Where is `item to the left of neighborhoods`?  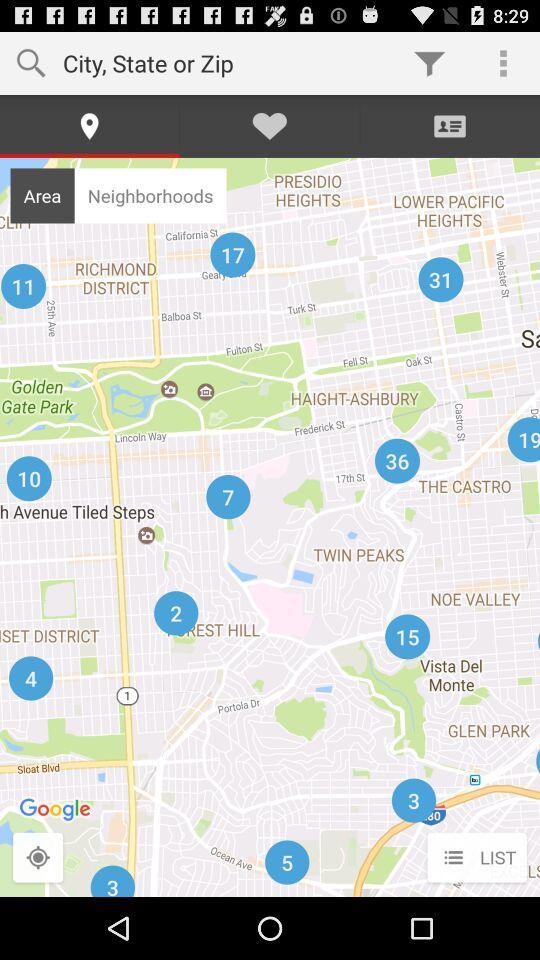 item to the left of neighborhoods is located at coordinates (42, 195).